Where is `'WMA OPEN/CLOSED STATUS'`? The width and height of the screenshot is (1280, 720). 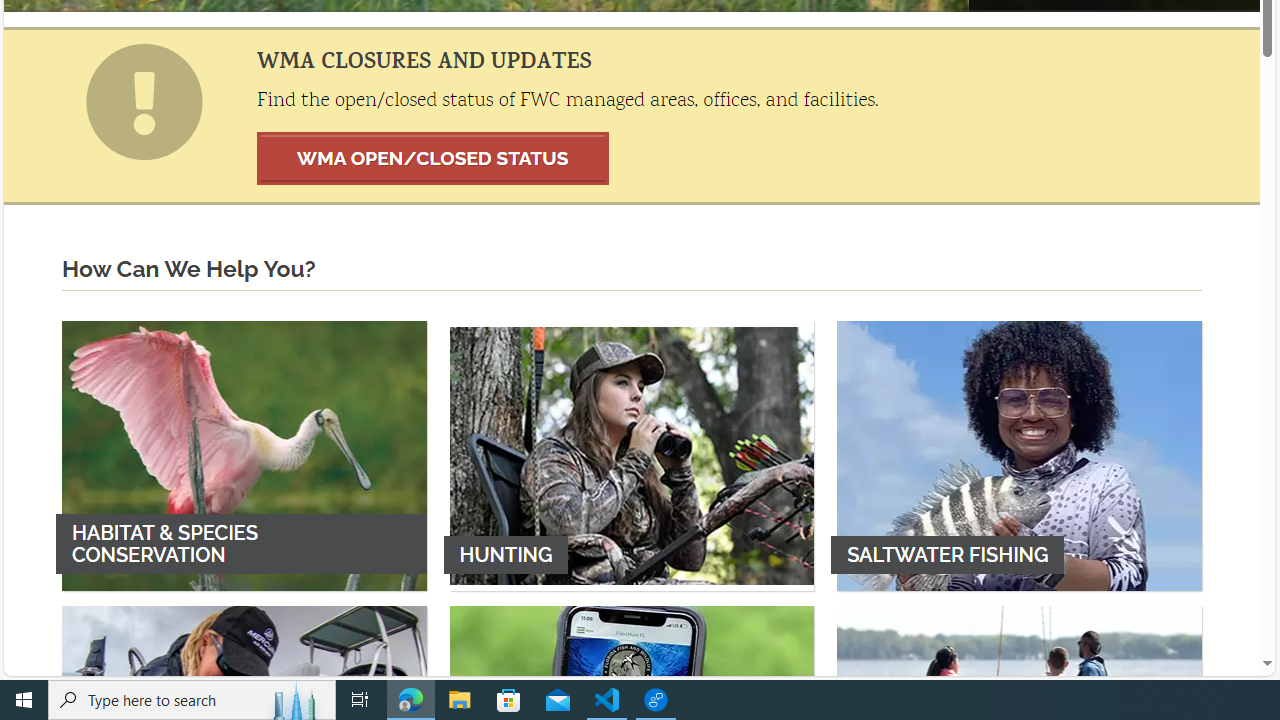
'WMA OPEN/CLOSED STATUS' is located at coordinates (432, 157).